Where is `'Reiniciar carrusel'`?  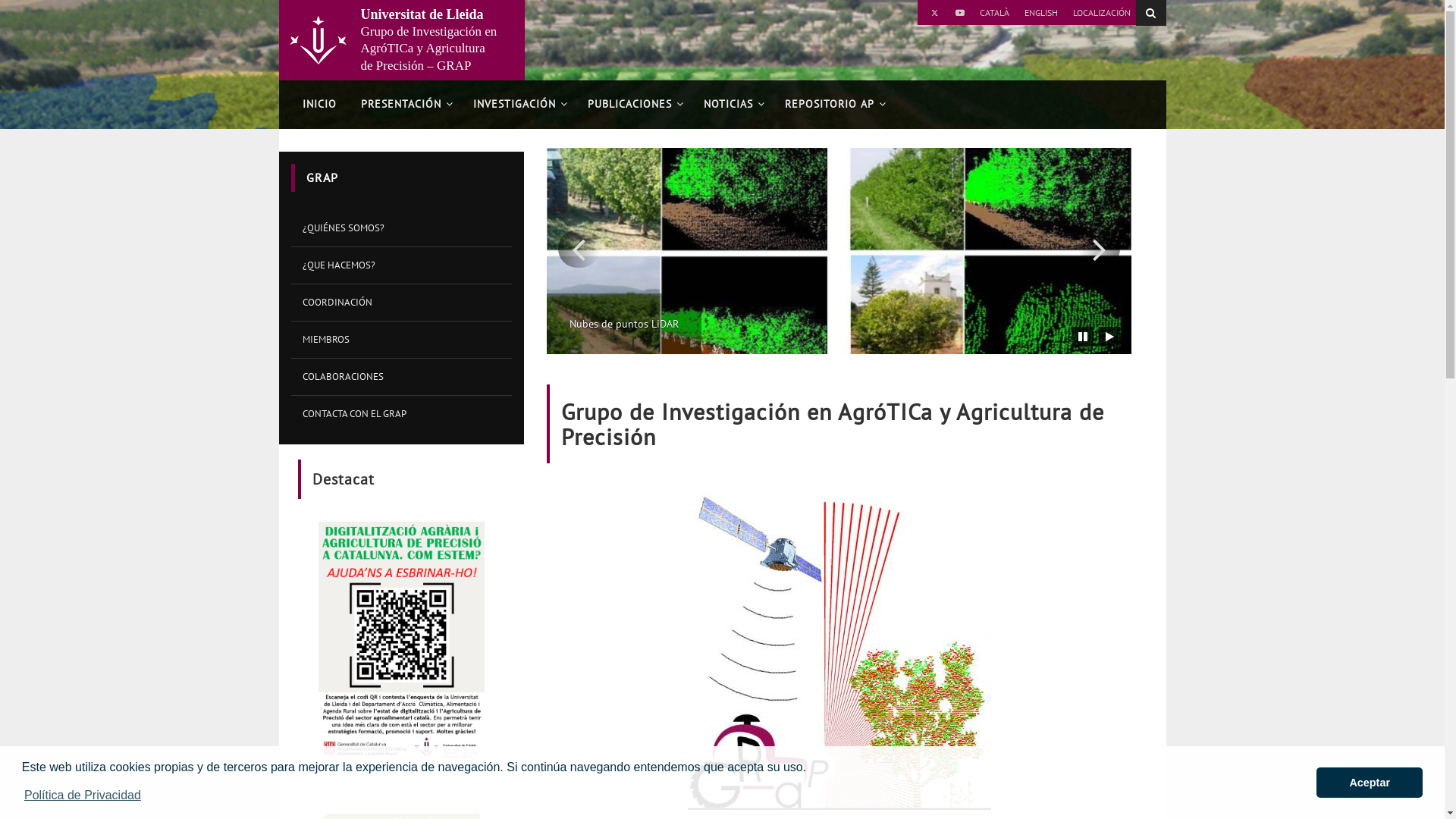
'Reiniciar carrusel' is located at coordinates (1109, 335).